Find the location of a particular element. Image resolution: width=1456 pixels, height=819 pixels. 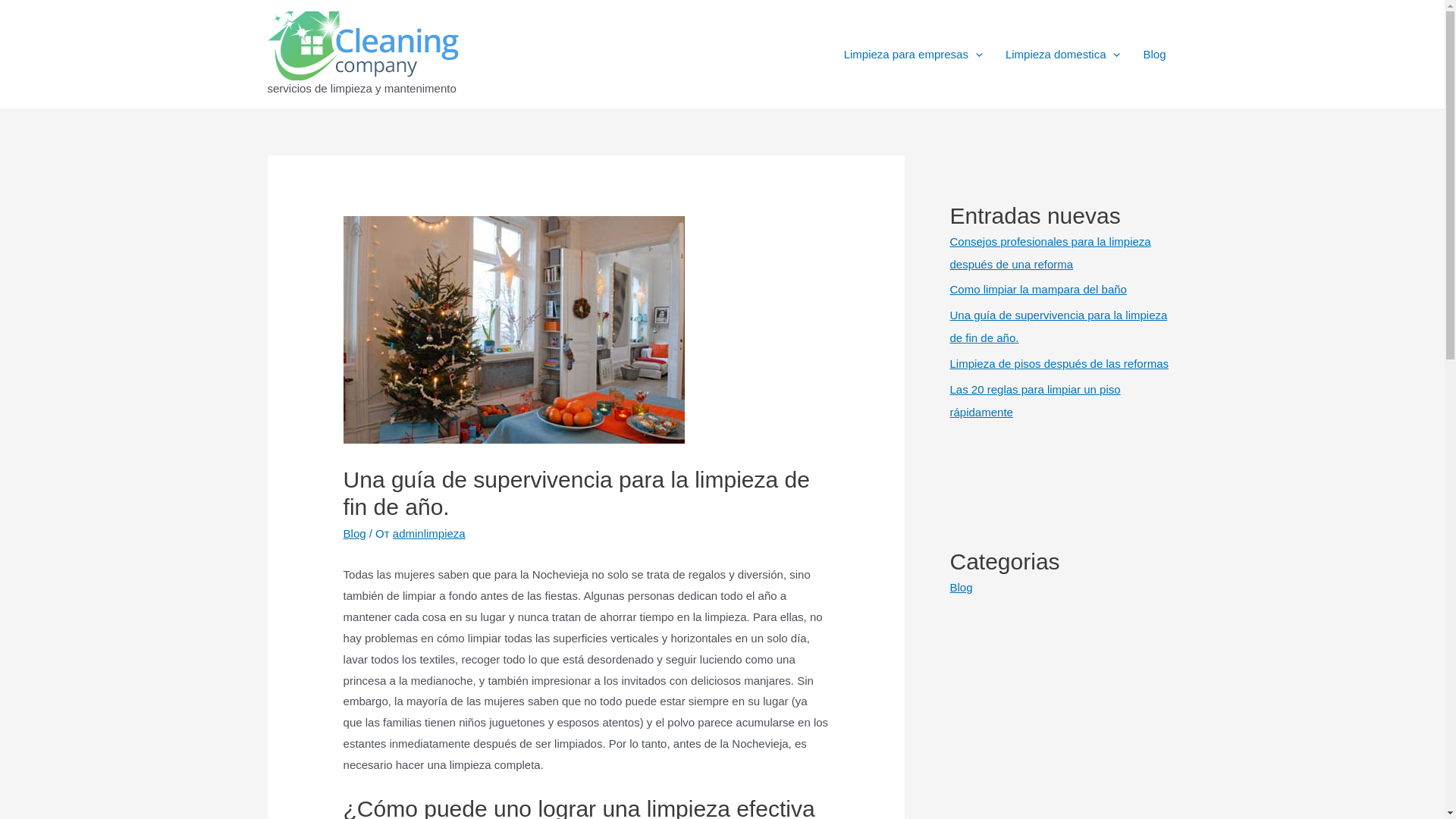

'adminlimpieza' is located at coordinates (428, 532).